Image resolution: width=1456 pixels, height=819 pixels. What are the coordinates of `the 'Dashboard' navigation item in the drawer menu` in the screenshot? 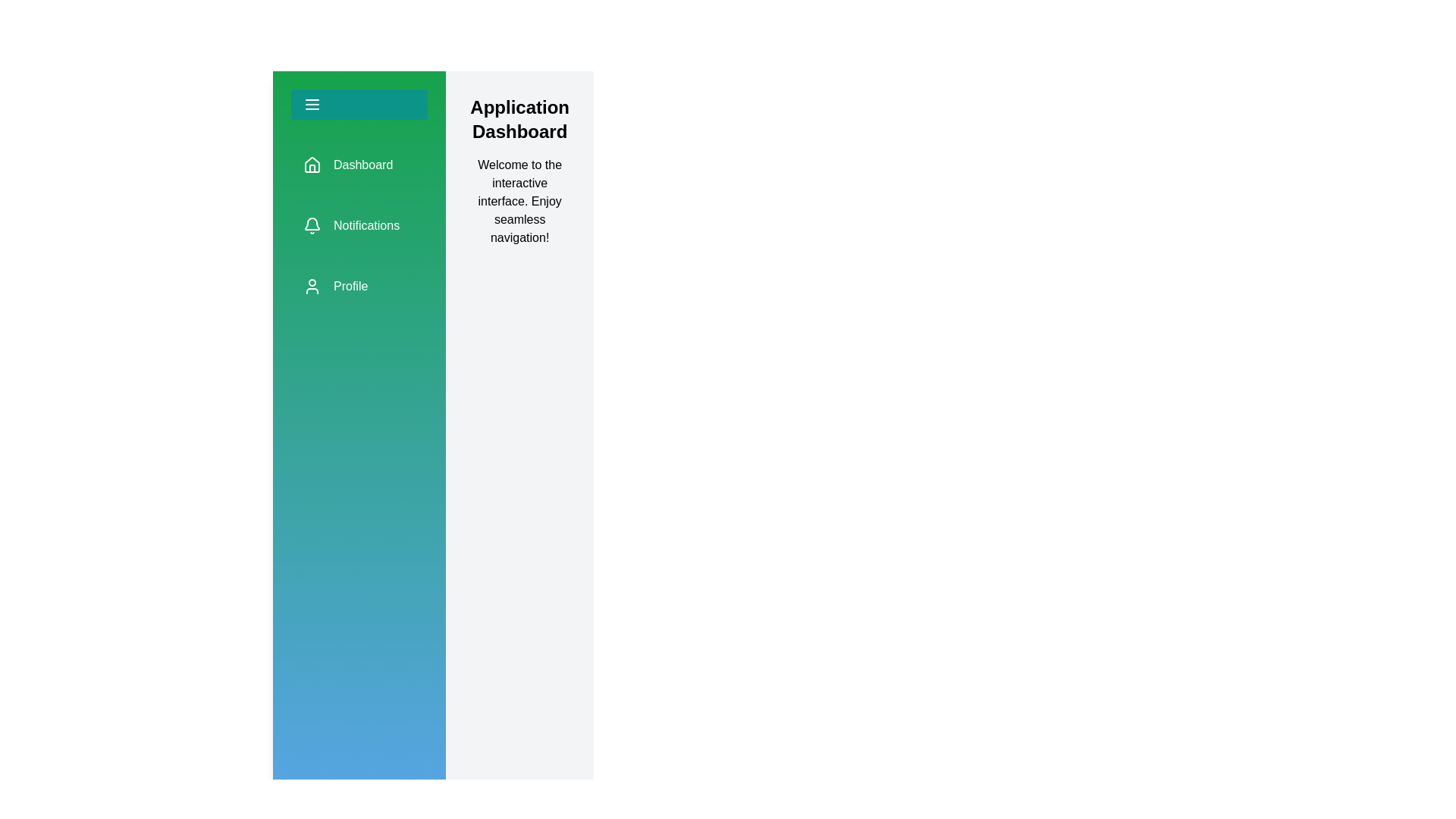 It's located at (359, 165).